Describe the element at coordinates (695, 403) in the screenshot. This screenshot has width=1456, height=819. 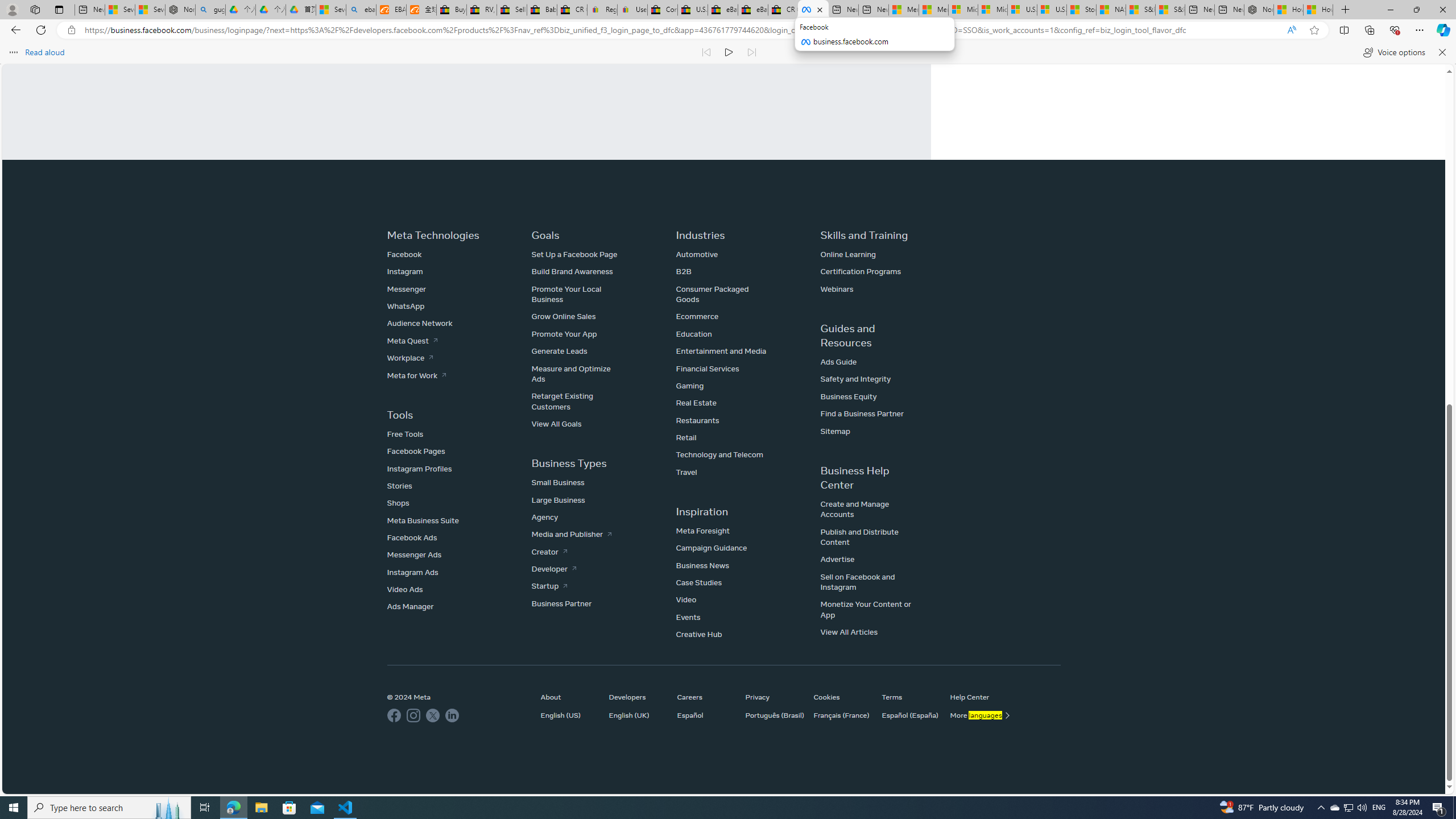
I see `'Real Estate'` at that location.